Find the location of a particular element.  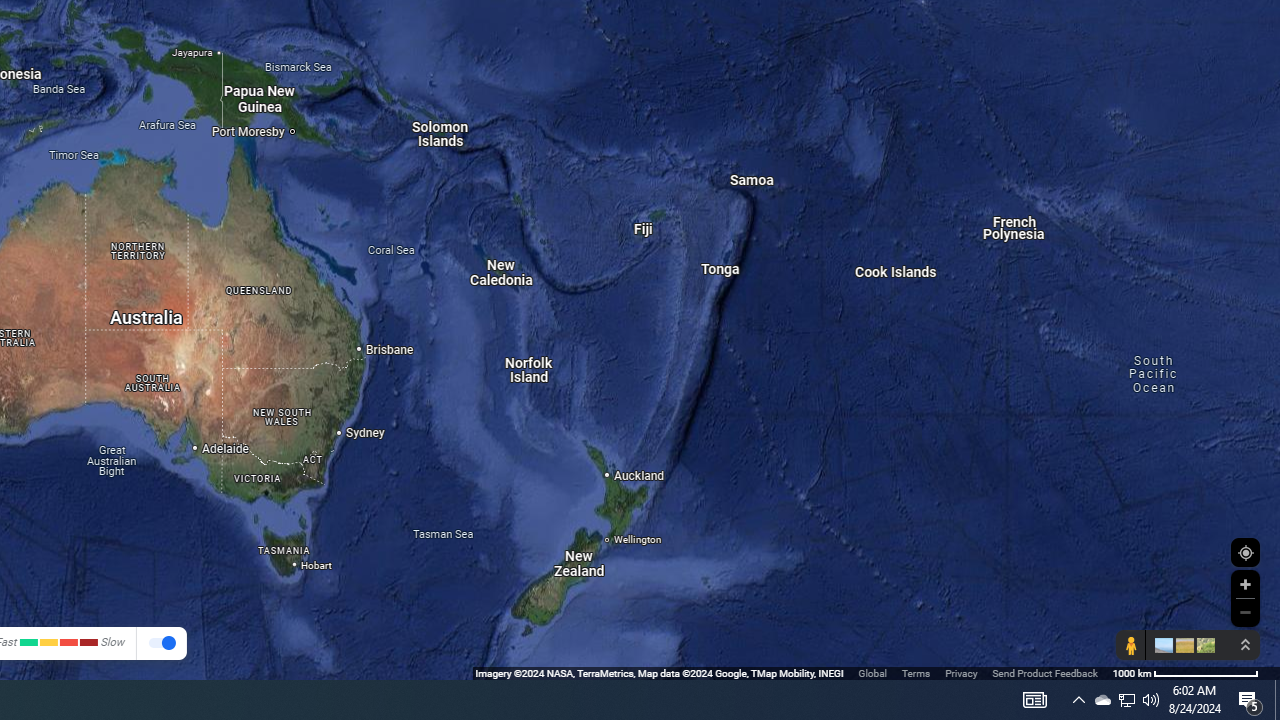

'Send Product Feedback' is located at coordinates (1044, 673).